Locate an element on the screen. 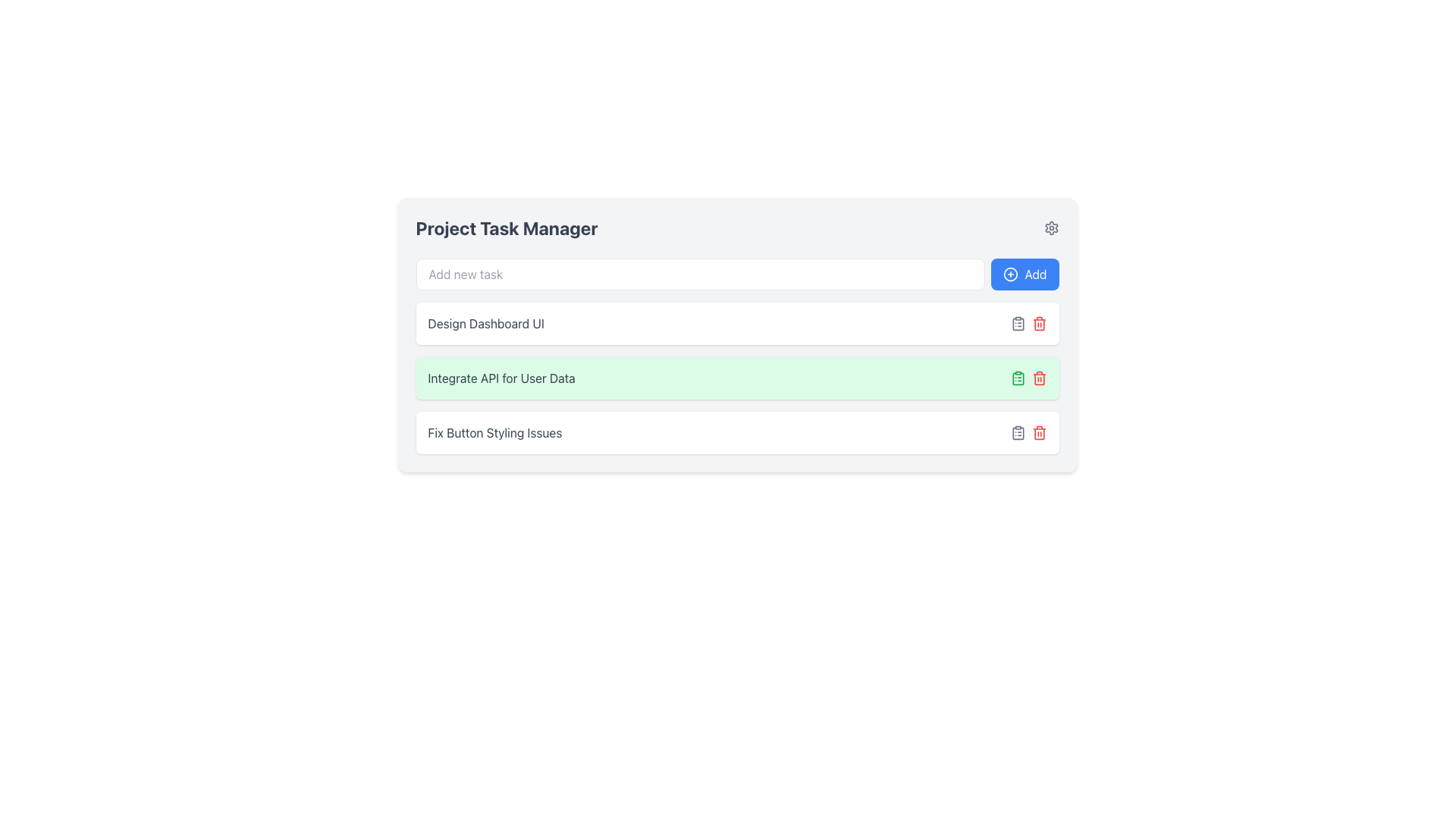 This screenshot has height=819, width=1456. the icon button located to the left of the red-colored trash bin in the third row of the task list labeled 'Integrate API for User Data' is located at coordinates (1018, 432).